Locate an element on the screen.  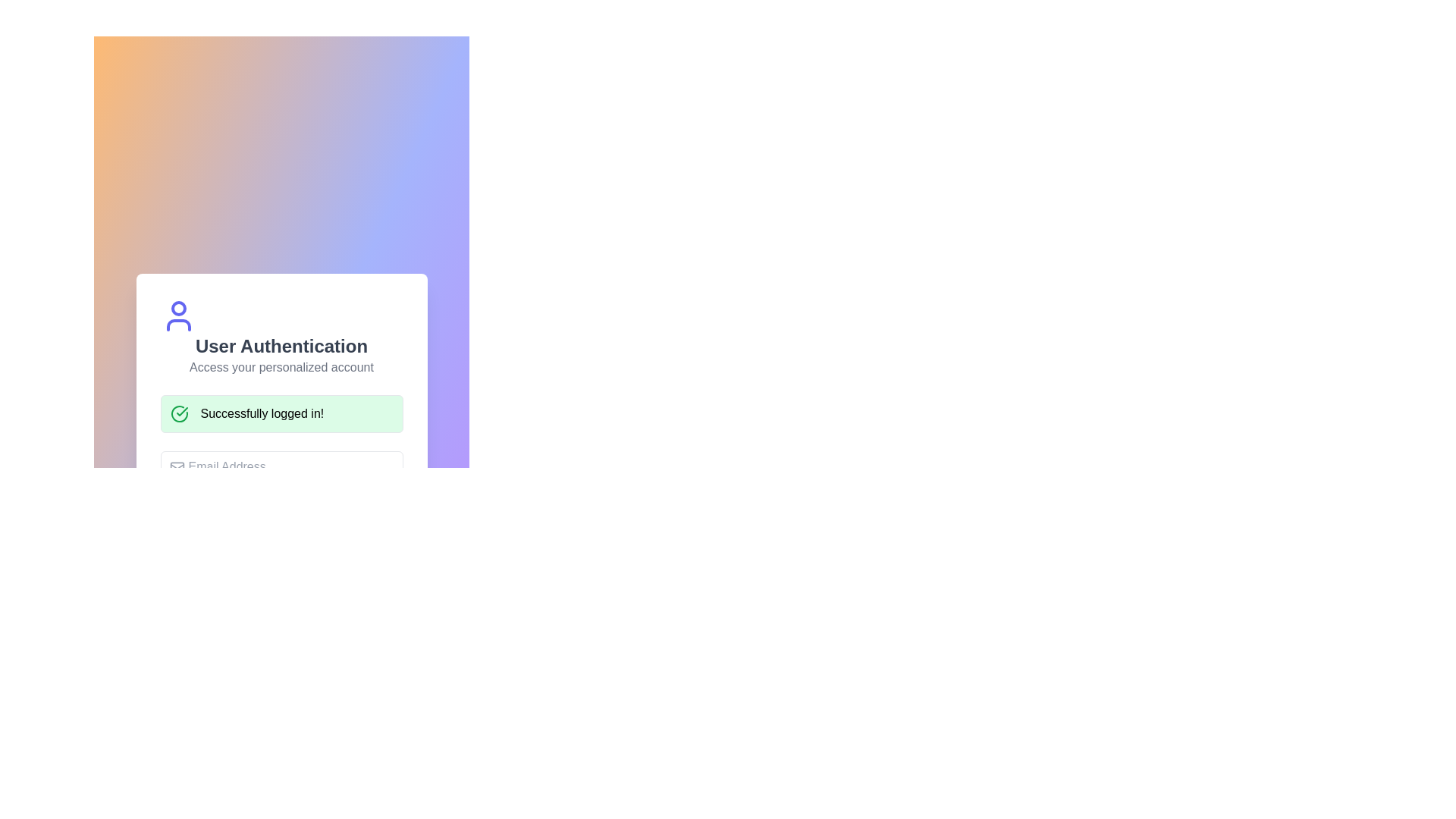
the rectangular graphical icon resembling an envelope, which is located to the left of the 'Email Address' input field is located at coordinates (177, 467).